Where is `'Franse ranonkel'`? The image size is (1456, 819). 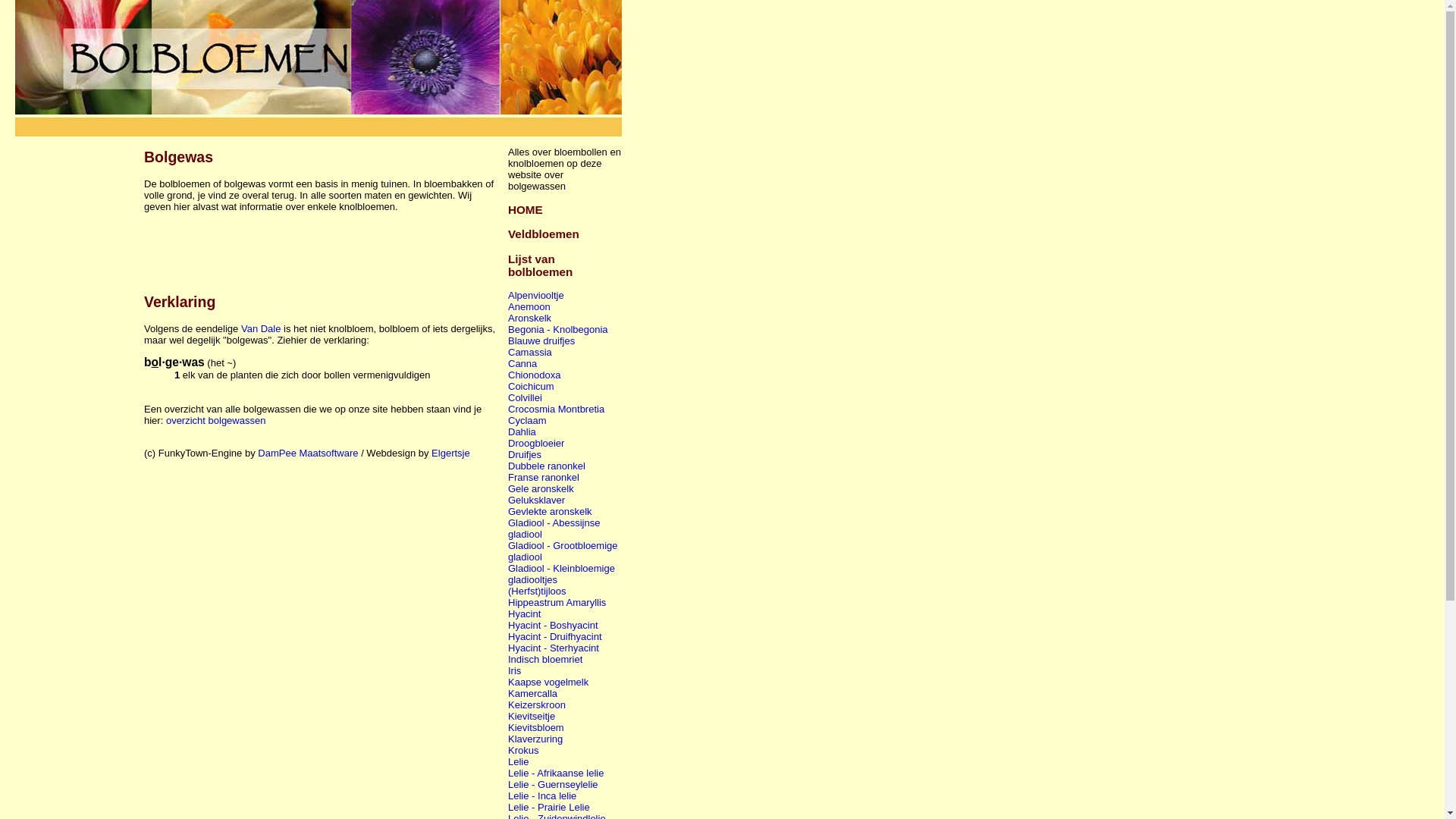
'Franse ranonkel' is located at coordinates (543, 476).